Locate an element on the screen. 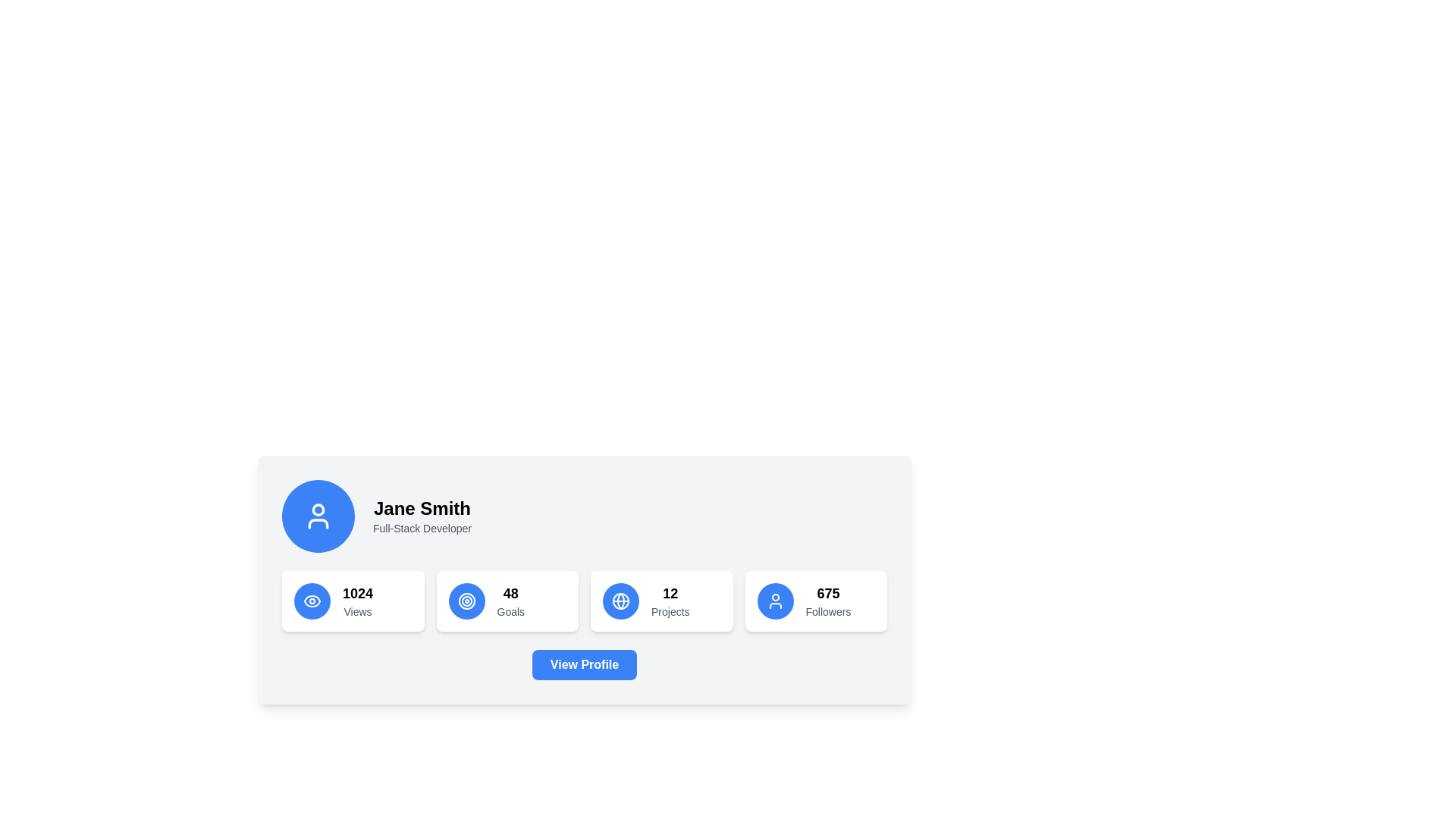 The width and height of the screenshot is (1456, 819). the text label displaying the numeric value associated with the 'Goals' category, positioned above the label 'Goals' and between '1024 Views' and '12 Projects' is located at coordinates (510, 593).